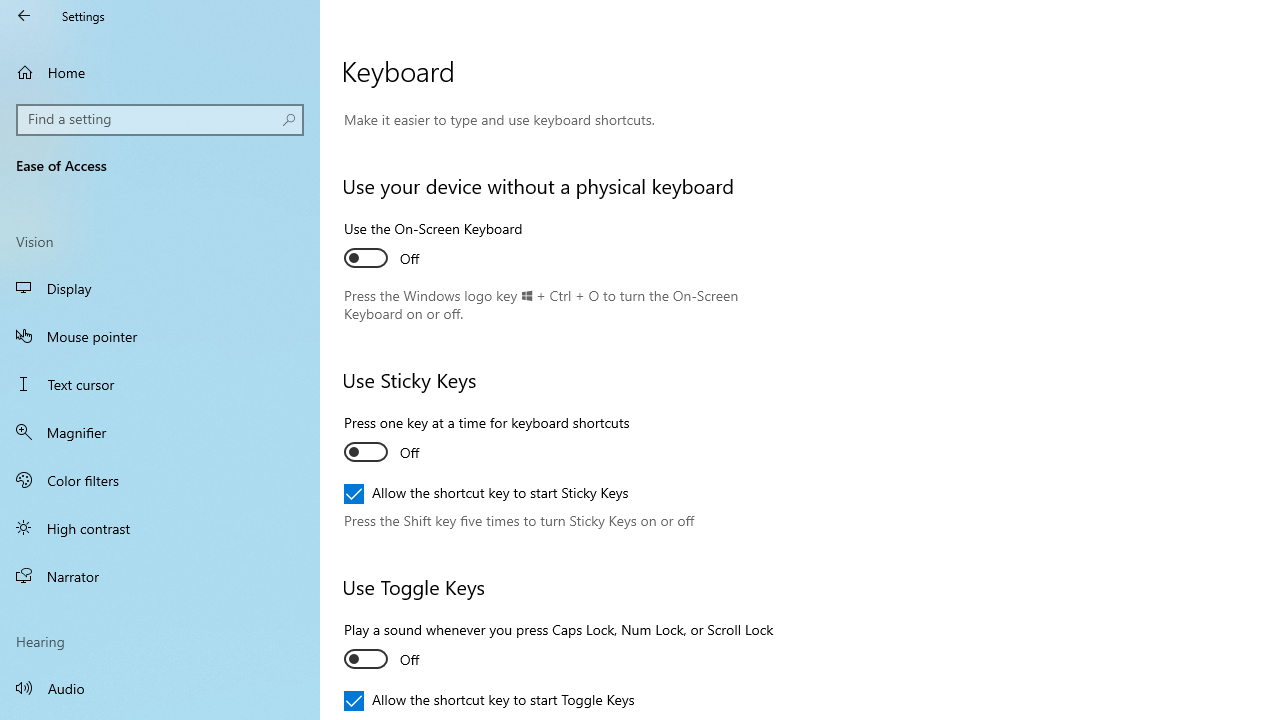 This screenshot has height=720, width=1280. I want to click on 'Allow the shortcut key to start Toggle Keys', so click(489, 699).